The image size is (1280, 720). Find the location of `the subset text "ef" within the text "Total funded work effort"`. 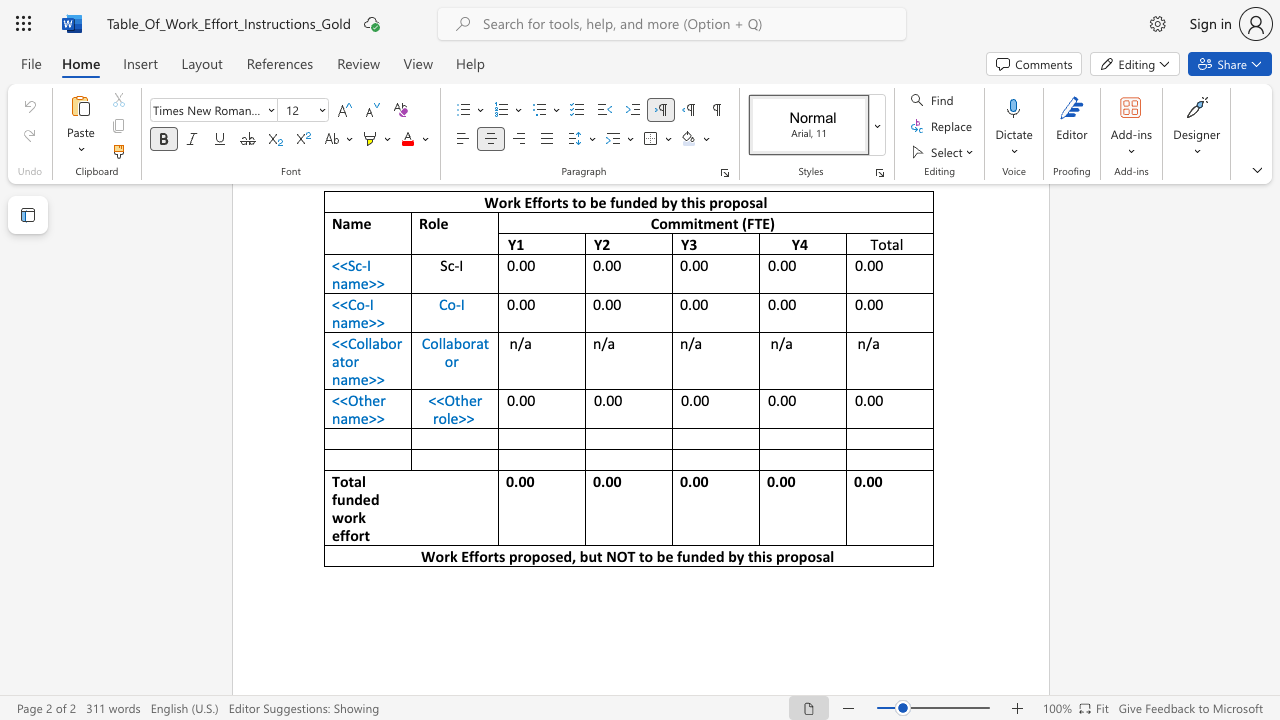

the subset text "ef" within the text "Total funded work effort" is located at coordinates (332, 534).